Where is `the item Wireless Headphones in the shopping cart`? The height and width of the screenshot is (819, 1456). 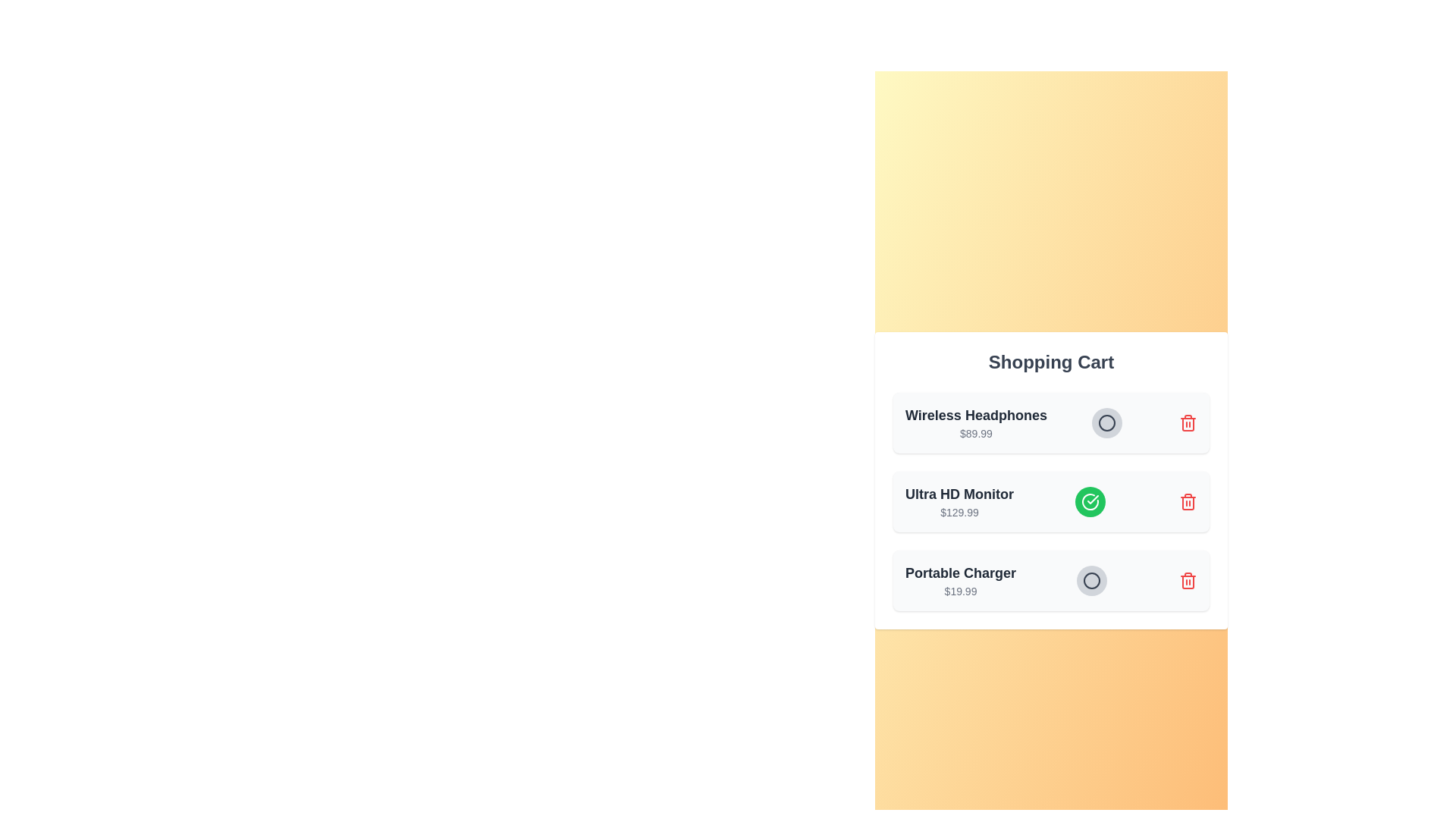
the item Wireless Headphones in the shopping cart is located at coordinates (1106, 423).